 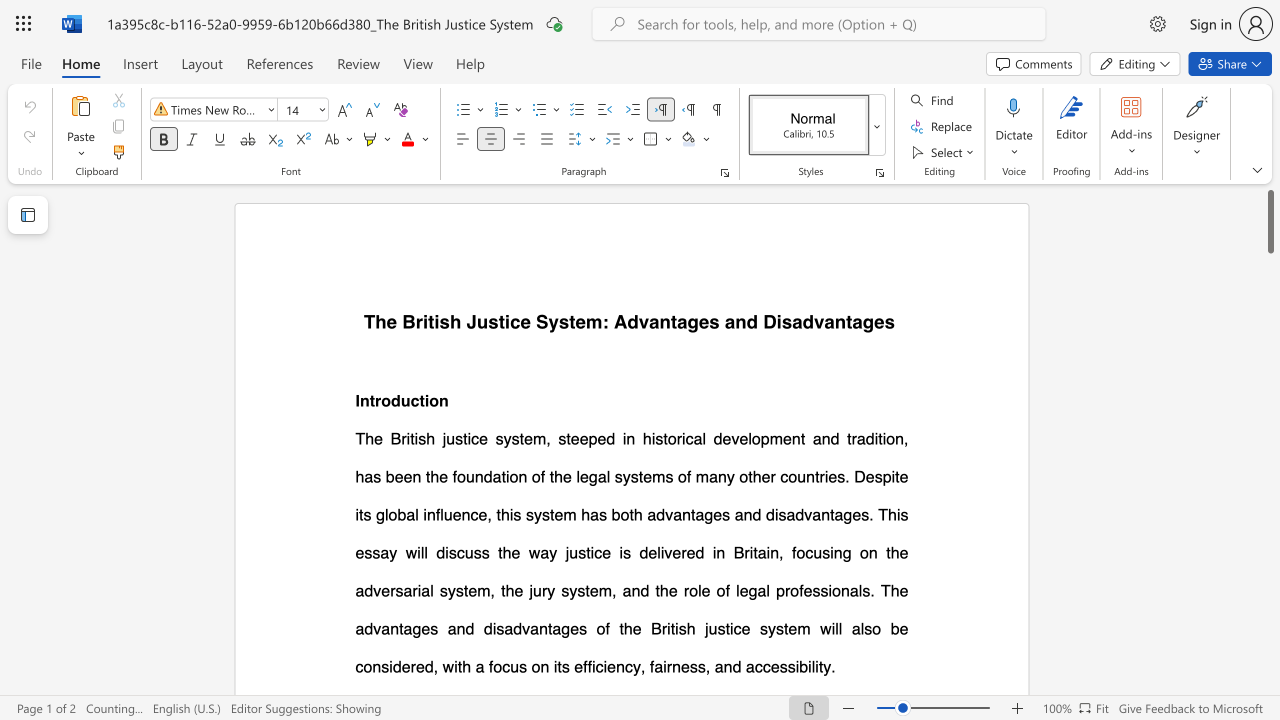 I want to click on the scrollbar on the right side to scroll the page down, so click(x=1269, y=408).